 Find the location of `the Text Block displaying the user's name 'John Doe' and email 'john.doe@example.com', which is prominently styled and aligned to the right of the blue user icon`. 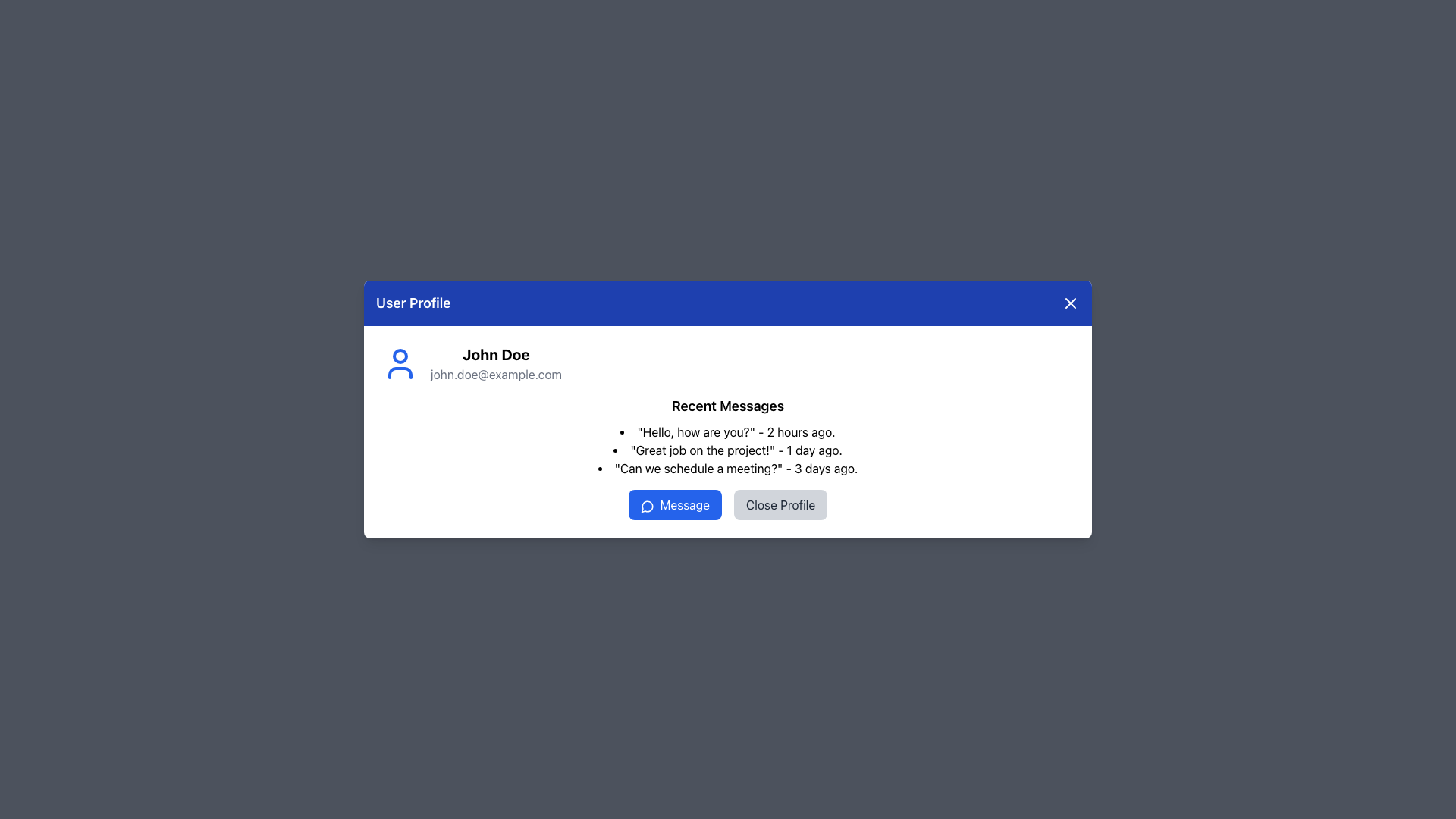

the Text Block displaying the user's name 'John Doe' and email 'john.doe@example.com', which is prominently styled and aligned to the right of the blue user icon is located at coordinates (496, 363).